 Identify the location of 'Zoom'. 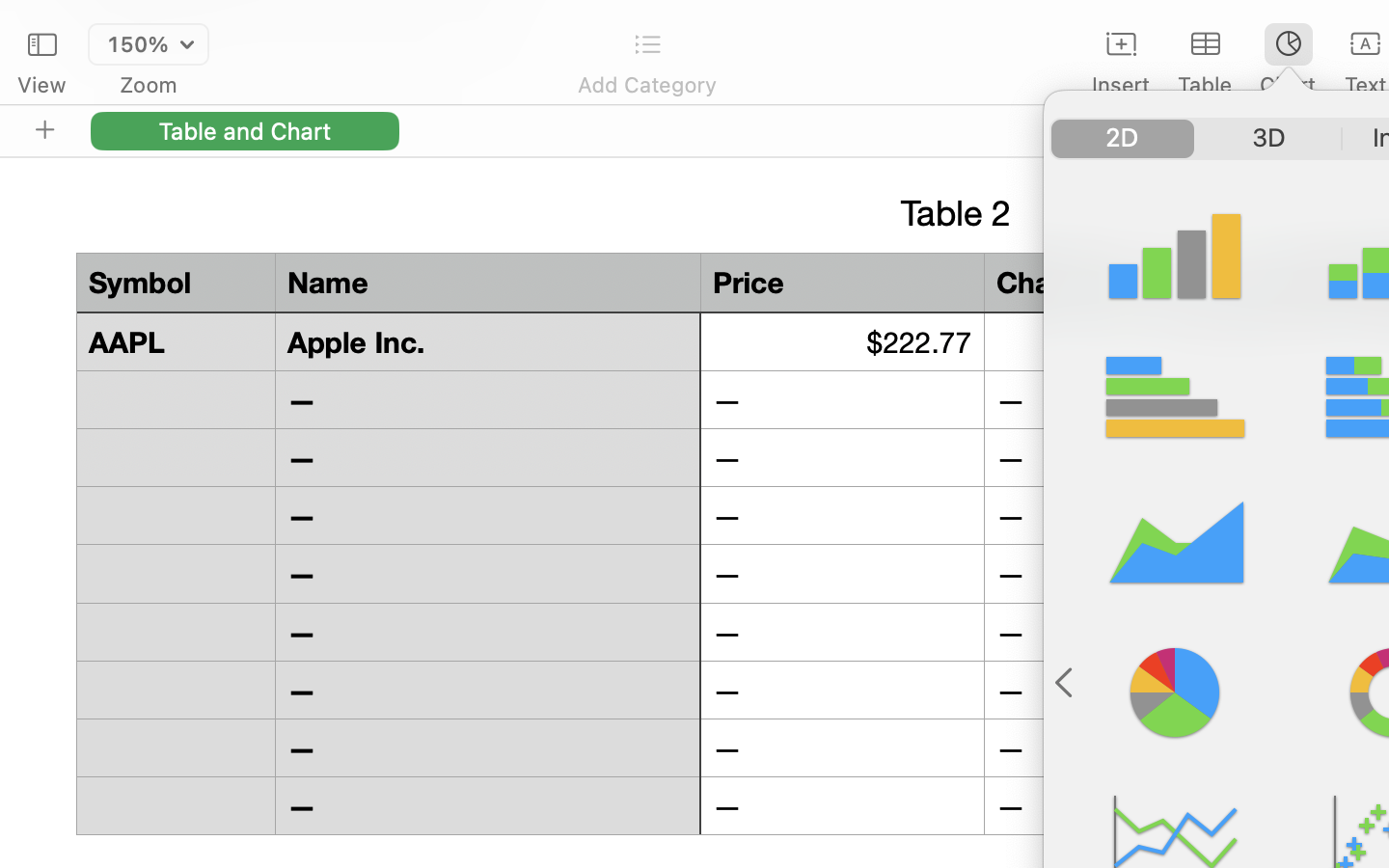
(147, 84).